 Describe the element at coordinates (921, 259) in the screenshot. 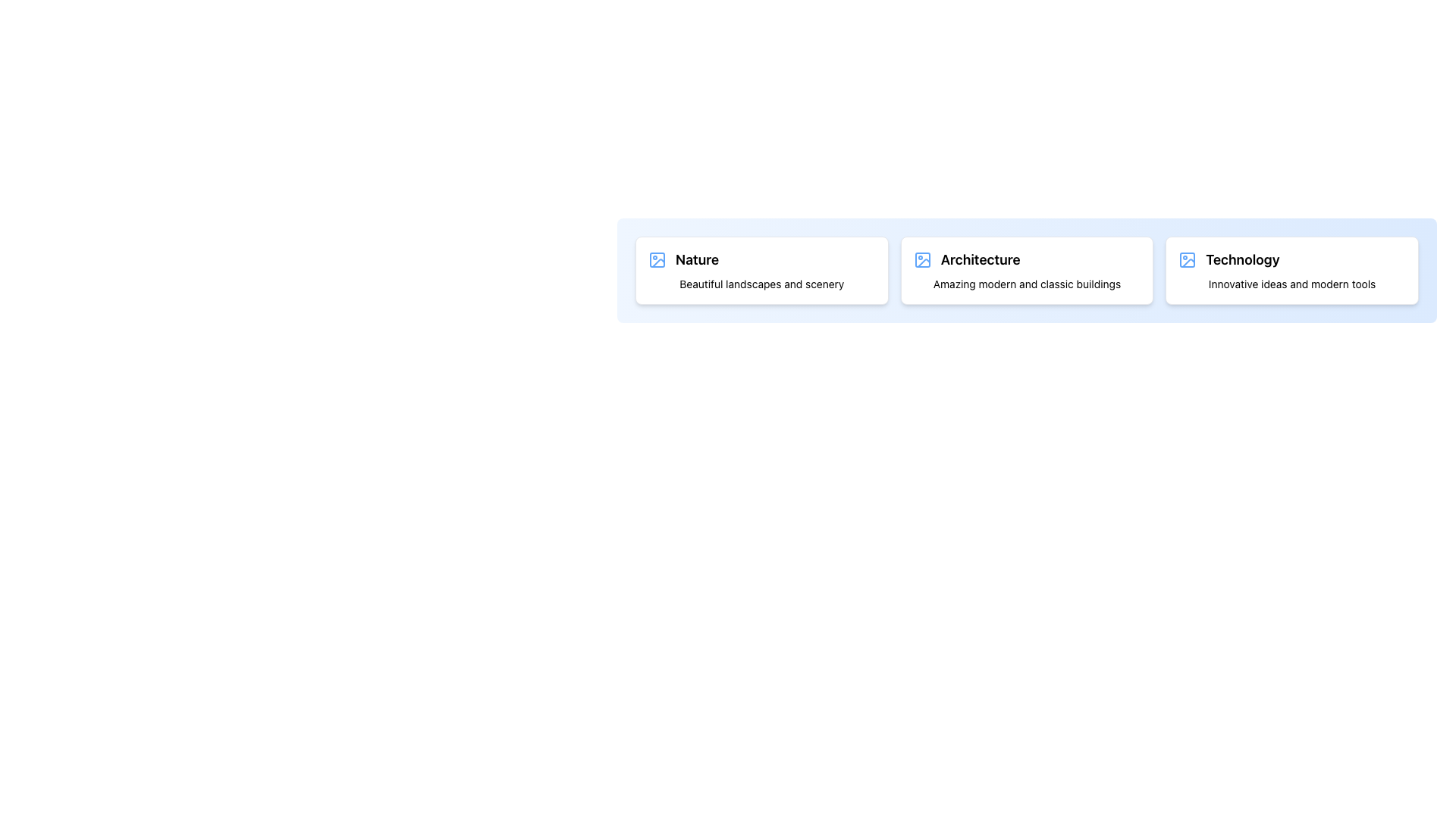

I see `the SVG Icon that represents the 'Architecture' section, located at the top-left of the 'Architecture' card, preceding the text 'Architecture'` at that location.